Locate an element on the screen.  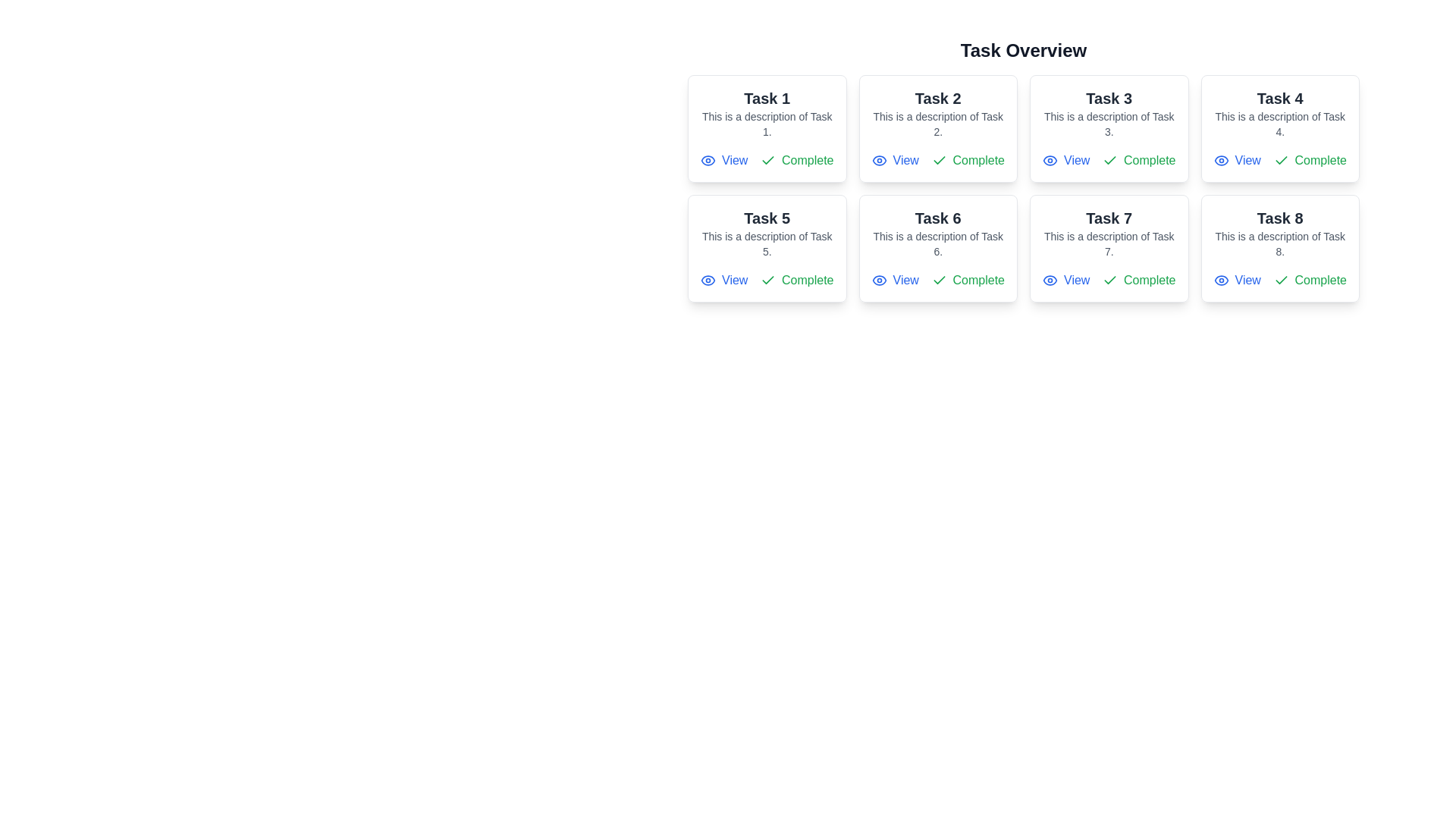
the eye icon in the 'Task 5' card, which is part of the 'View' button located below the description text is located at coordinates (708, 281).